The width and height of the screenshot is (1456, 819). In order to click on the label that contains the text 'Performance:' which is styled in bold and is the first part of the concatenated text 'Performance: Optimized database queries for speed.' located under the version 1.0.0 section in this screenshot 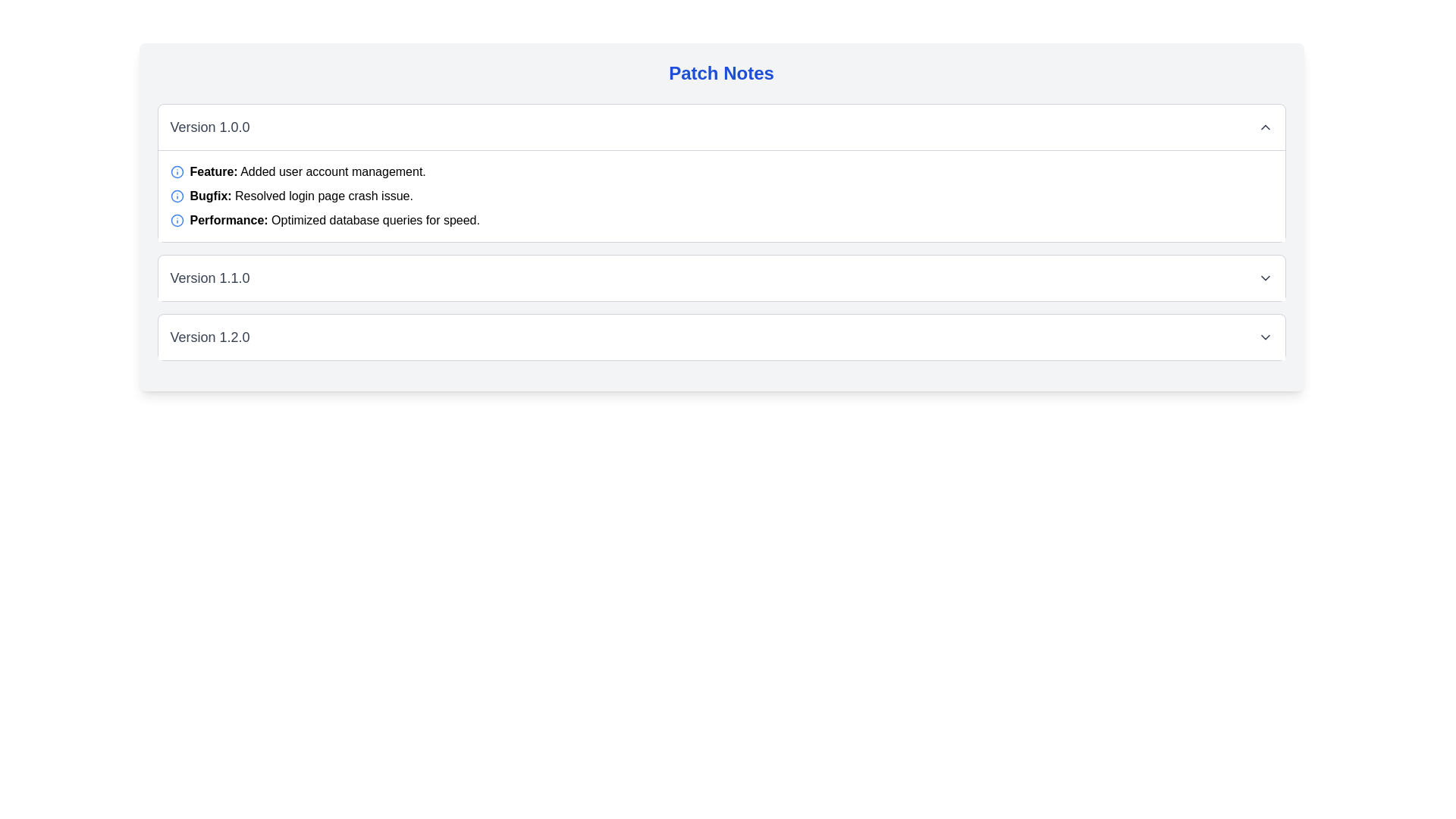, I will do `click(228, 220)`.